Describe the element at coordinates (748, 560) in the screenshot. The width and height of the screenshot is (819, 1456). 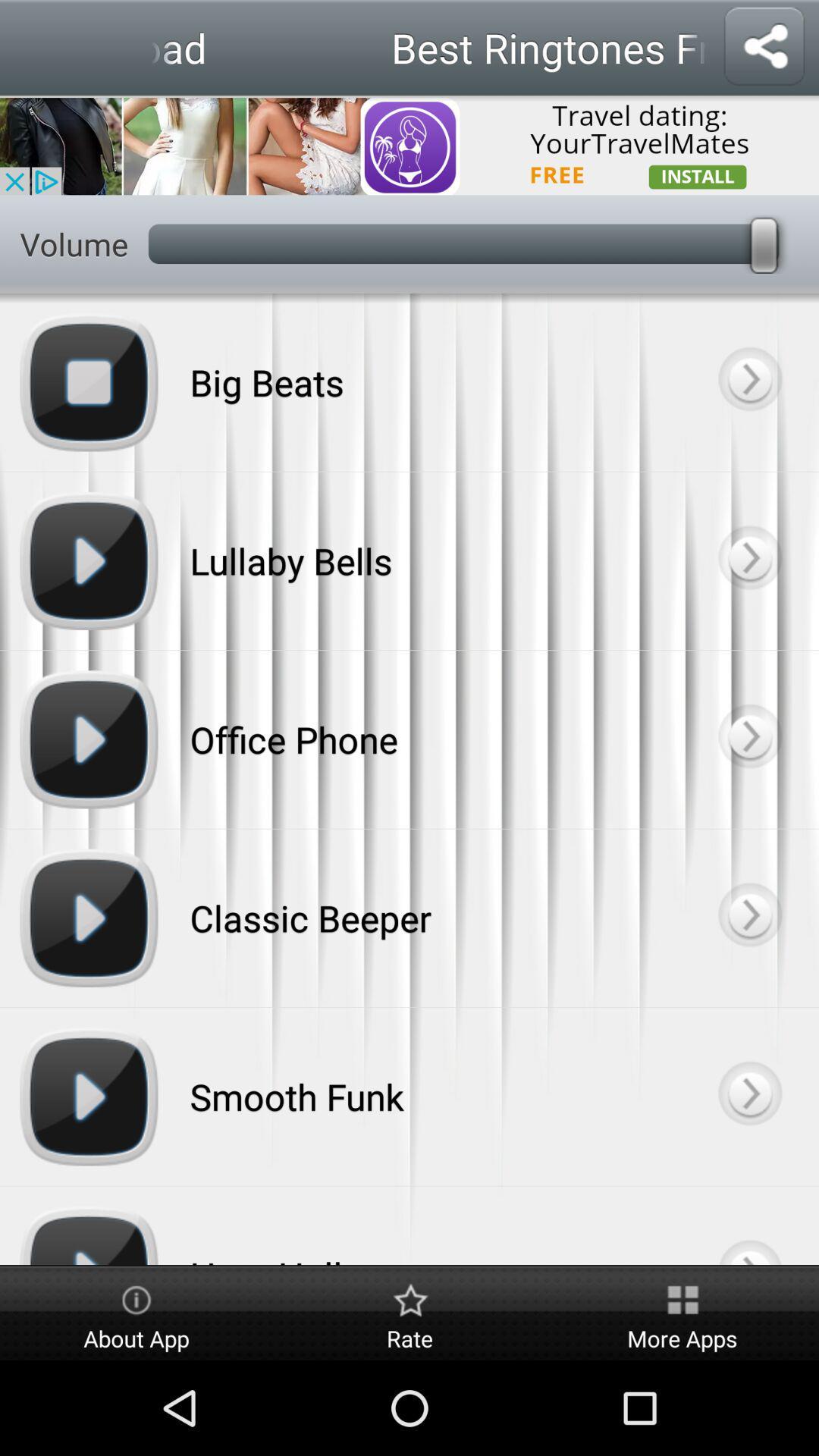
I see `options page` at that location.